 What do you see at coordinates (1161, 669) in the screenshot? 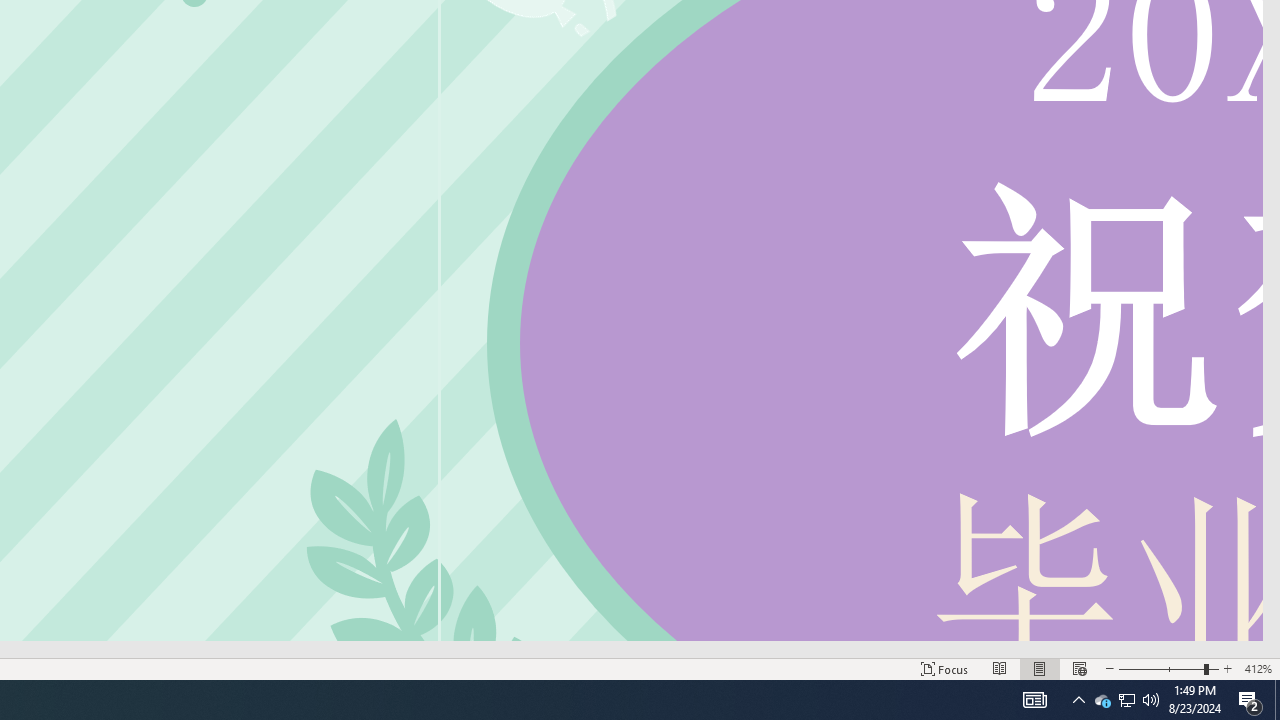
I see `'Zoom Out'` at bounding box center [1161, 669].